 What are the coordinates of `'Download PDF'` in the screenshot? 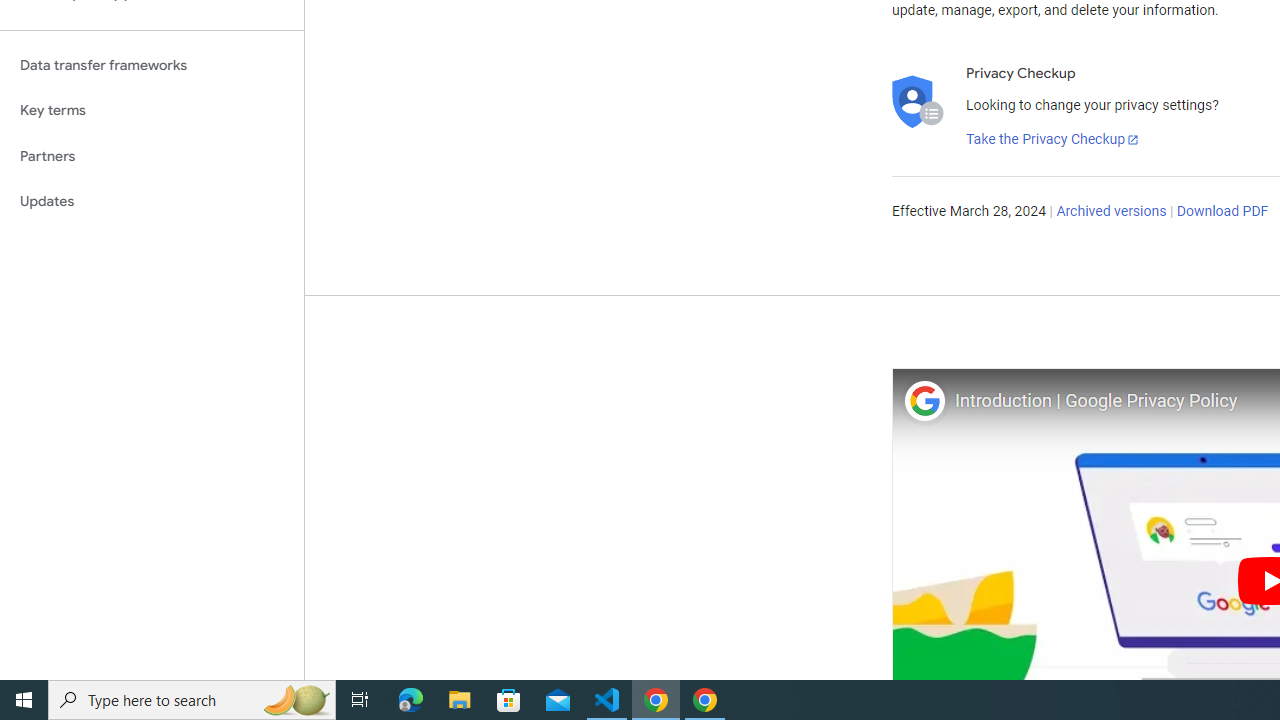 It's located at (1221, 212).